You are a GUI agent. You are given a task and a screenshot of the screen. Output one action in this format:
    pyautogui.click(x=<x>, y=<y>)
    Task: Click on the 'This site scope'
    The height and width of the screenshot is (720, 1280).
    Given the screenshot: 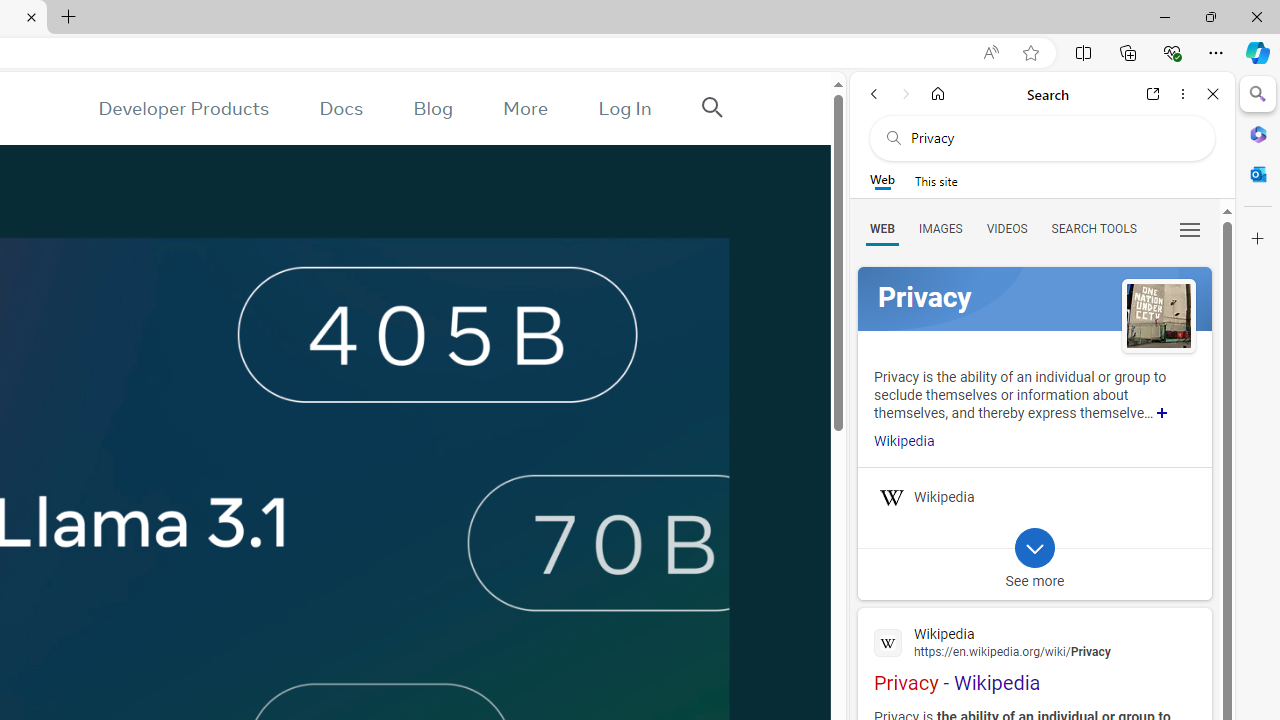 What is the action you would take?
    pyautogui.click(x=935, y=180)
    